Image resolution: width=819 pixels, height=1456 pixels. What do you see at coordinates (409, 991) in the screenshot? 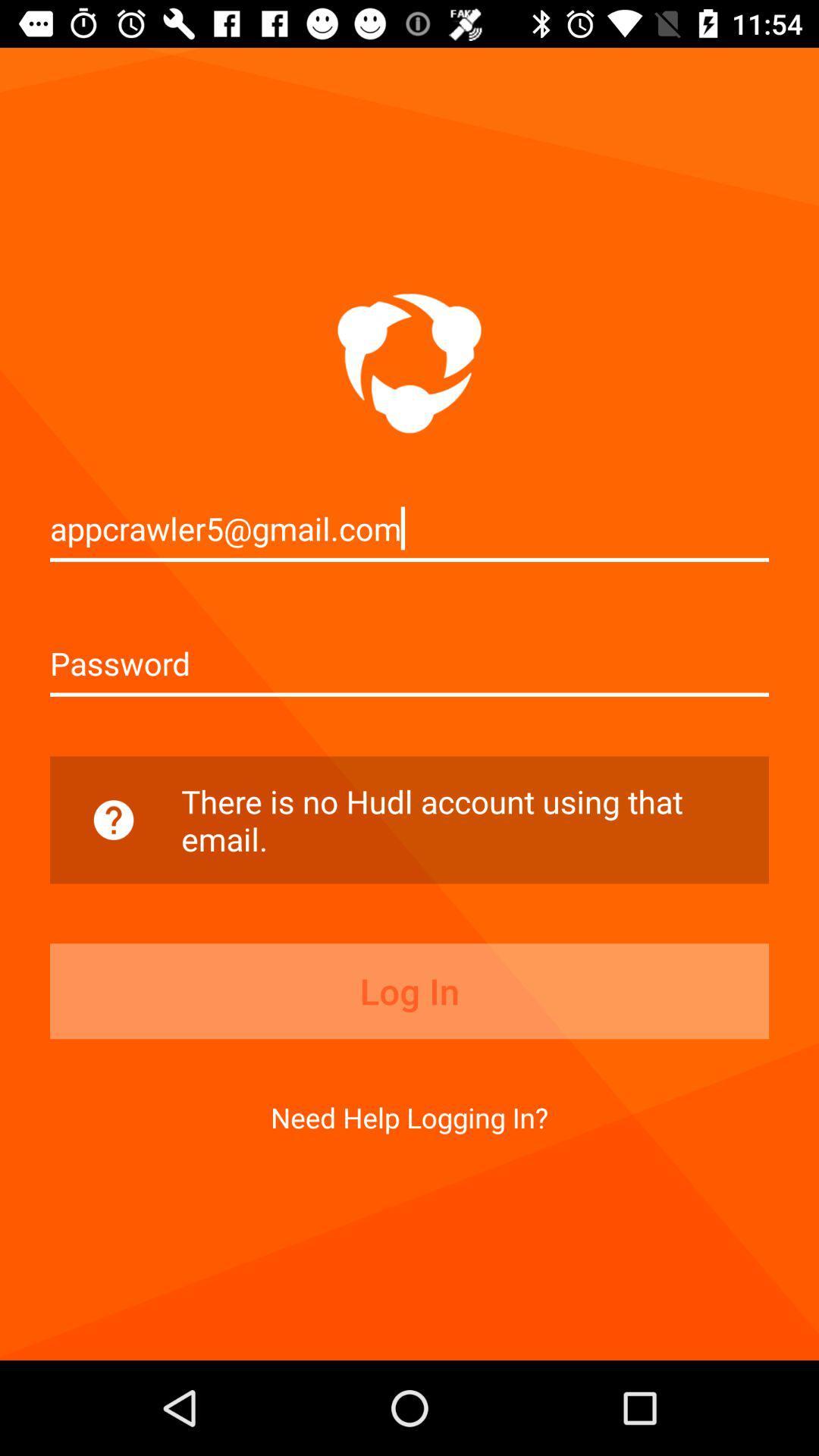
I see `log in item` at bounding box center [409, 991].